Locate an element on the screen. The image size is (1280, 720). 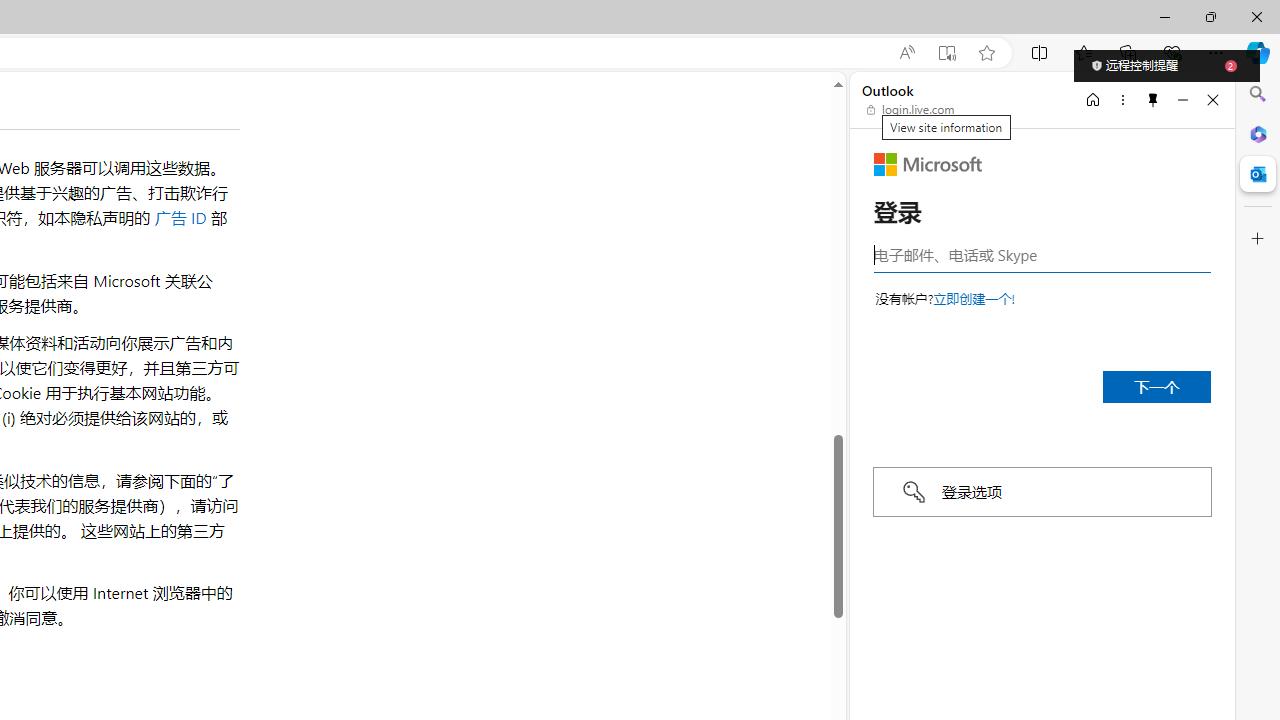
'Enter Immersive Reader (F9)' is located at coordinates (945, 52).